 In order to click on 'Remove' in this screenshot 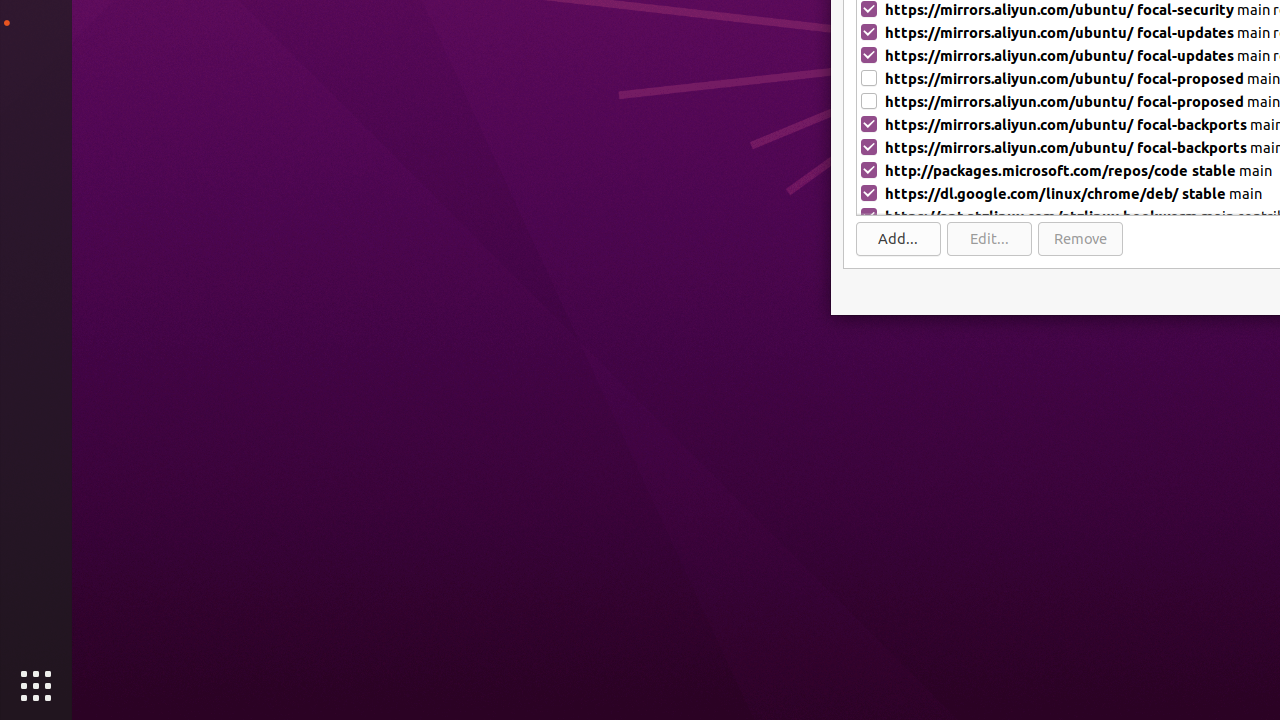, I will do `click(1079, 237)`.